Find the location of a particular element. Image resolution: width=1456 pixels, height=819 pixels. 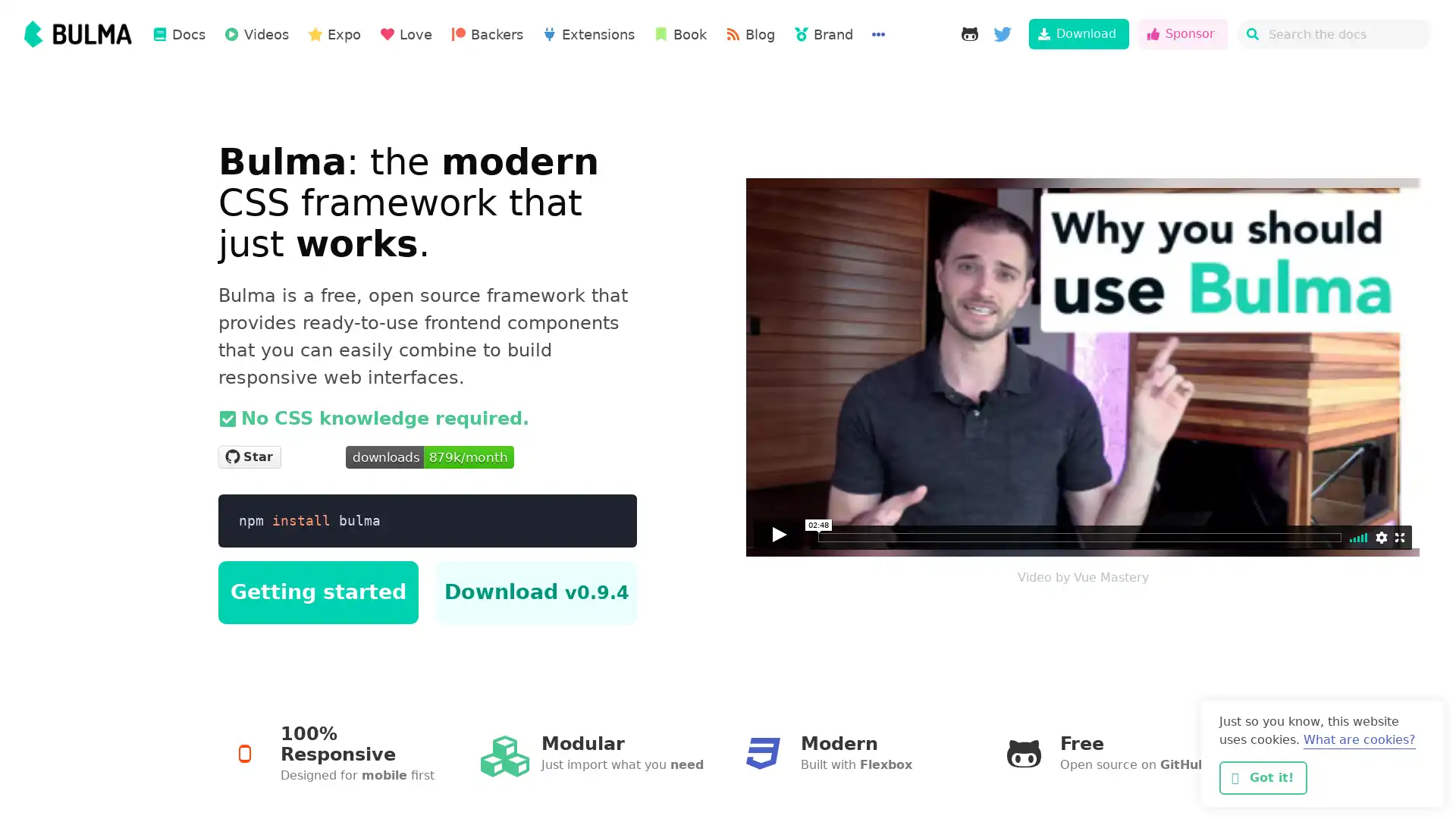

dismiss cookie message is located at coordinates (1263, 778).